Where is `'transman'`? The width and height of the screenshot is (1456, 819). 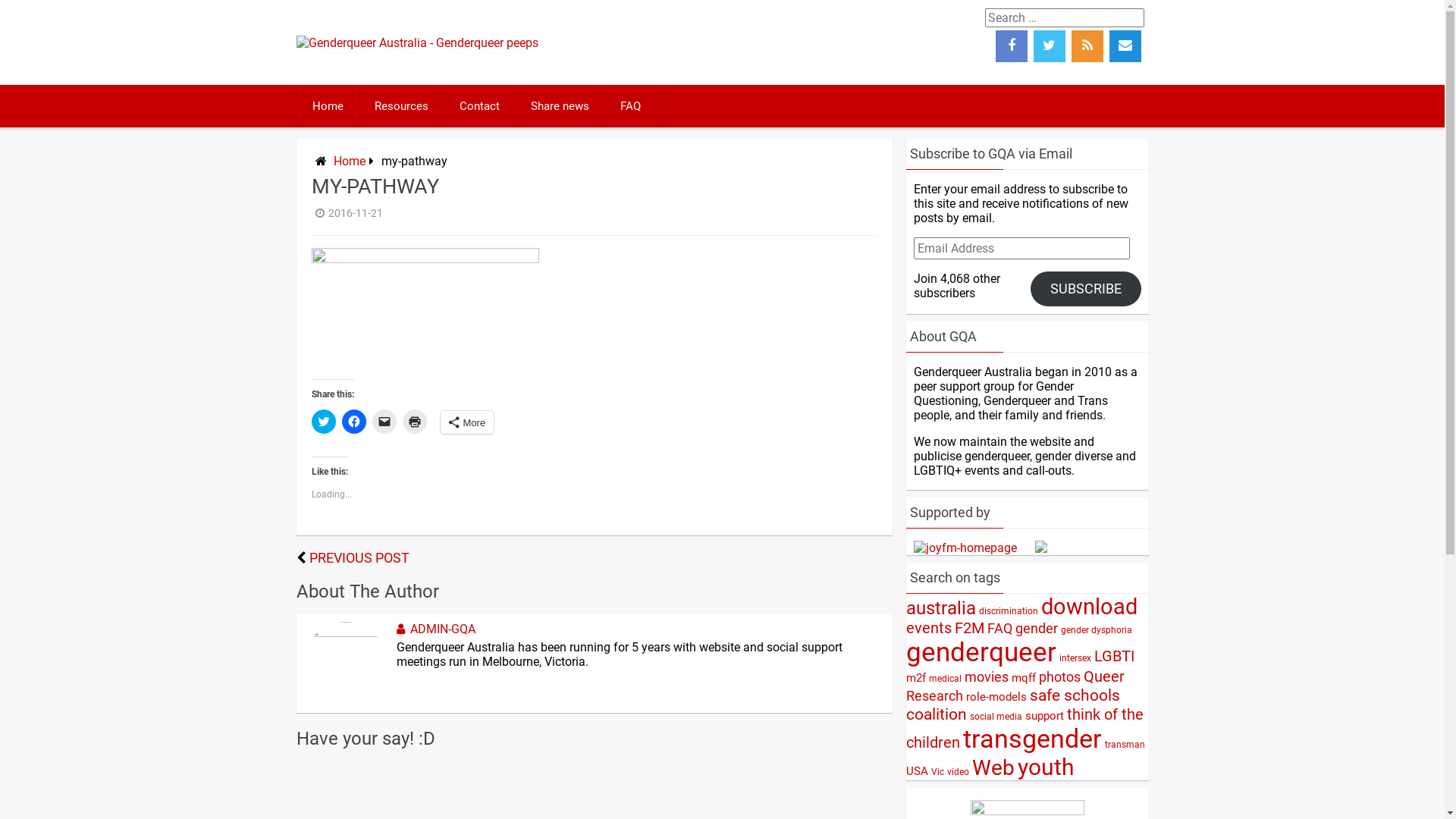
'transman' is located at coordinates (1124, 744).